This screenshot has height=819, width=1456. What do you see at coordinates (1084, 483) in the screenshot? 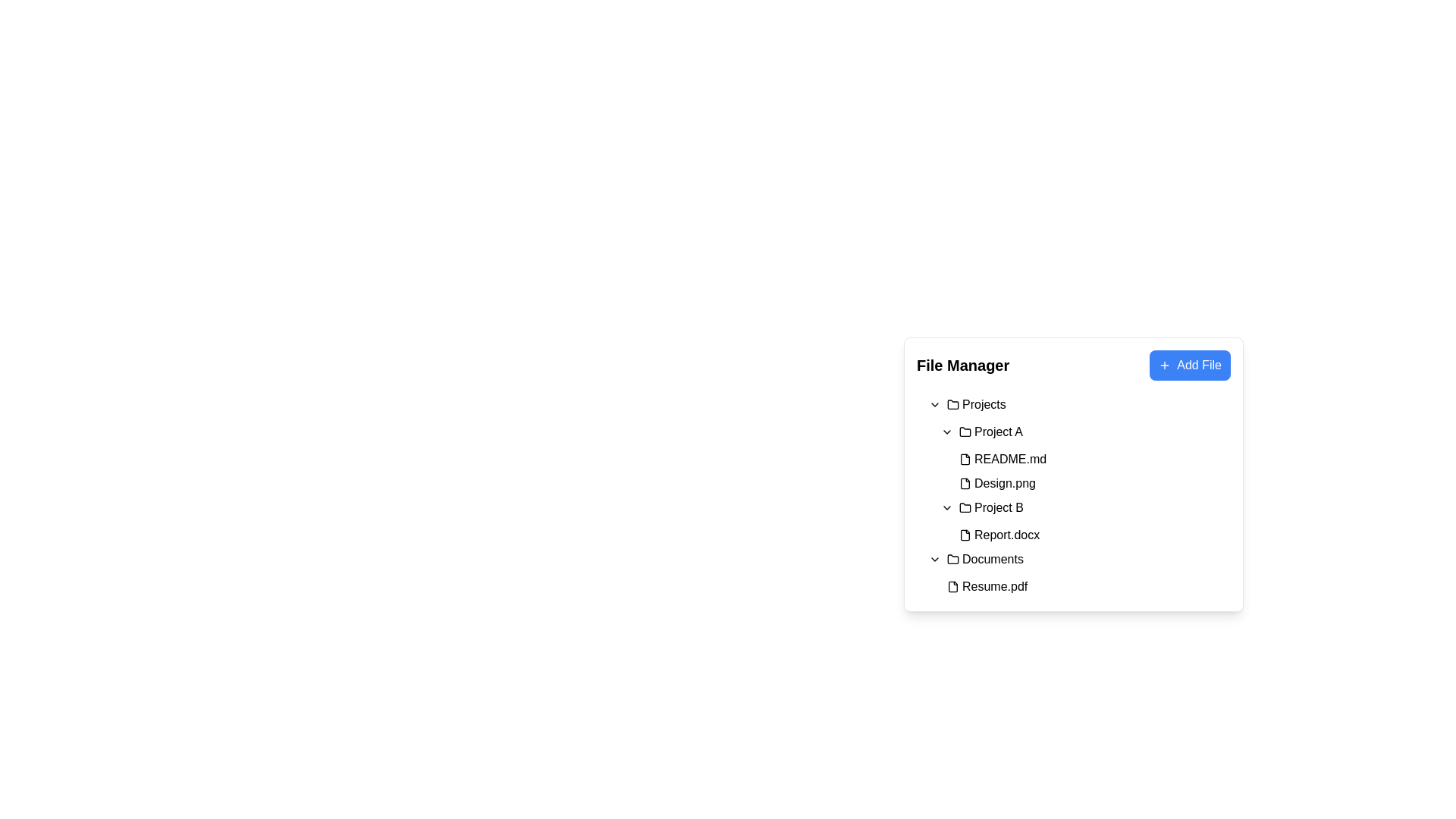
I see `to select the file named 'Design.png' in the file manager interface, which is the second item under 'Project A'` at bounding box center [1084, 483].